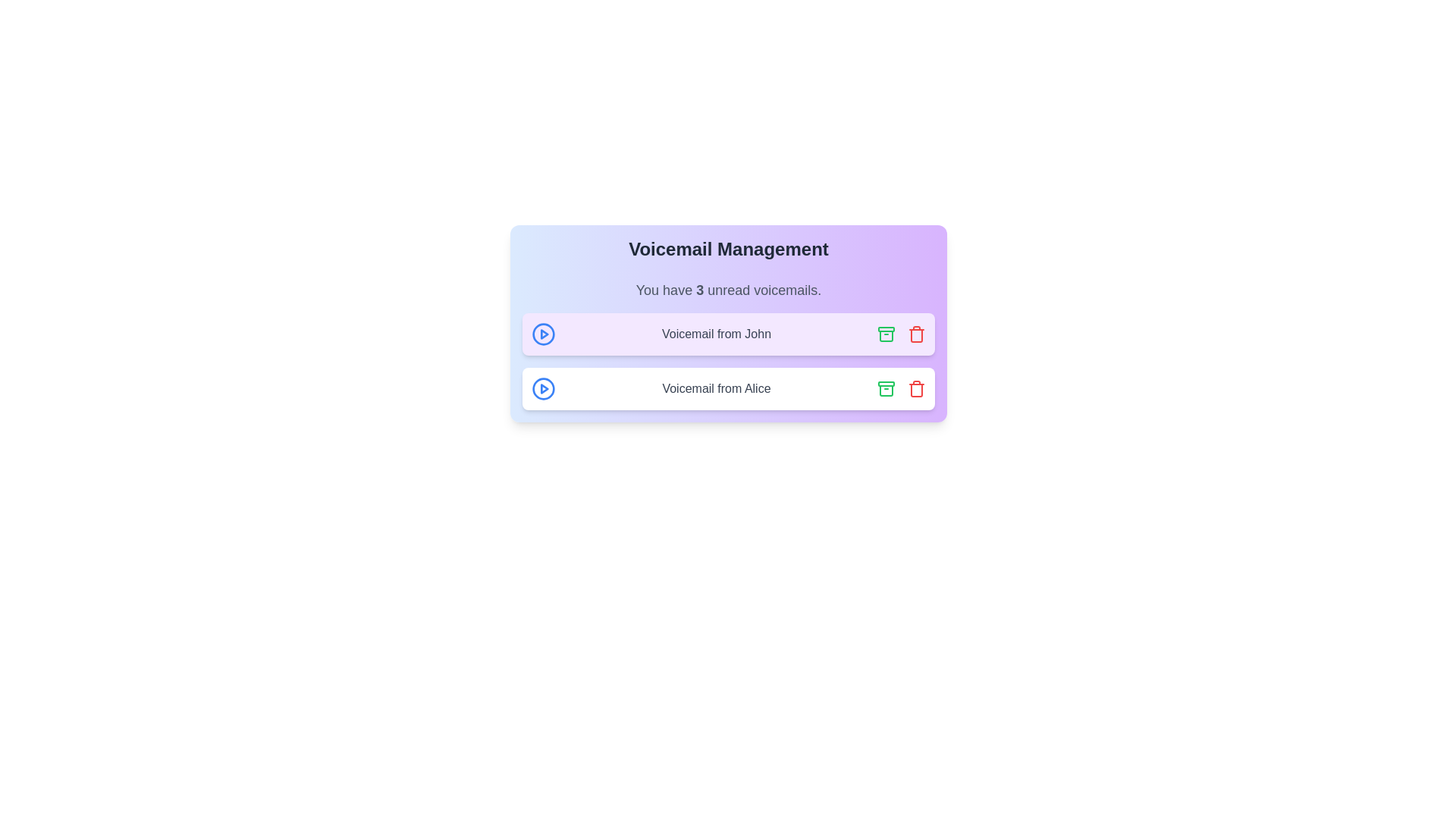 The image size is (1456, 819). Describe the element at coordinates (543, 333) in the screenshot. I see `the blue SVG circle component that serves as the outer boundary of the 'play' button, located in the first voicemail row next to 'Voicemail from John'` at that location.